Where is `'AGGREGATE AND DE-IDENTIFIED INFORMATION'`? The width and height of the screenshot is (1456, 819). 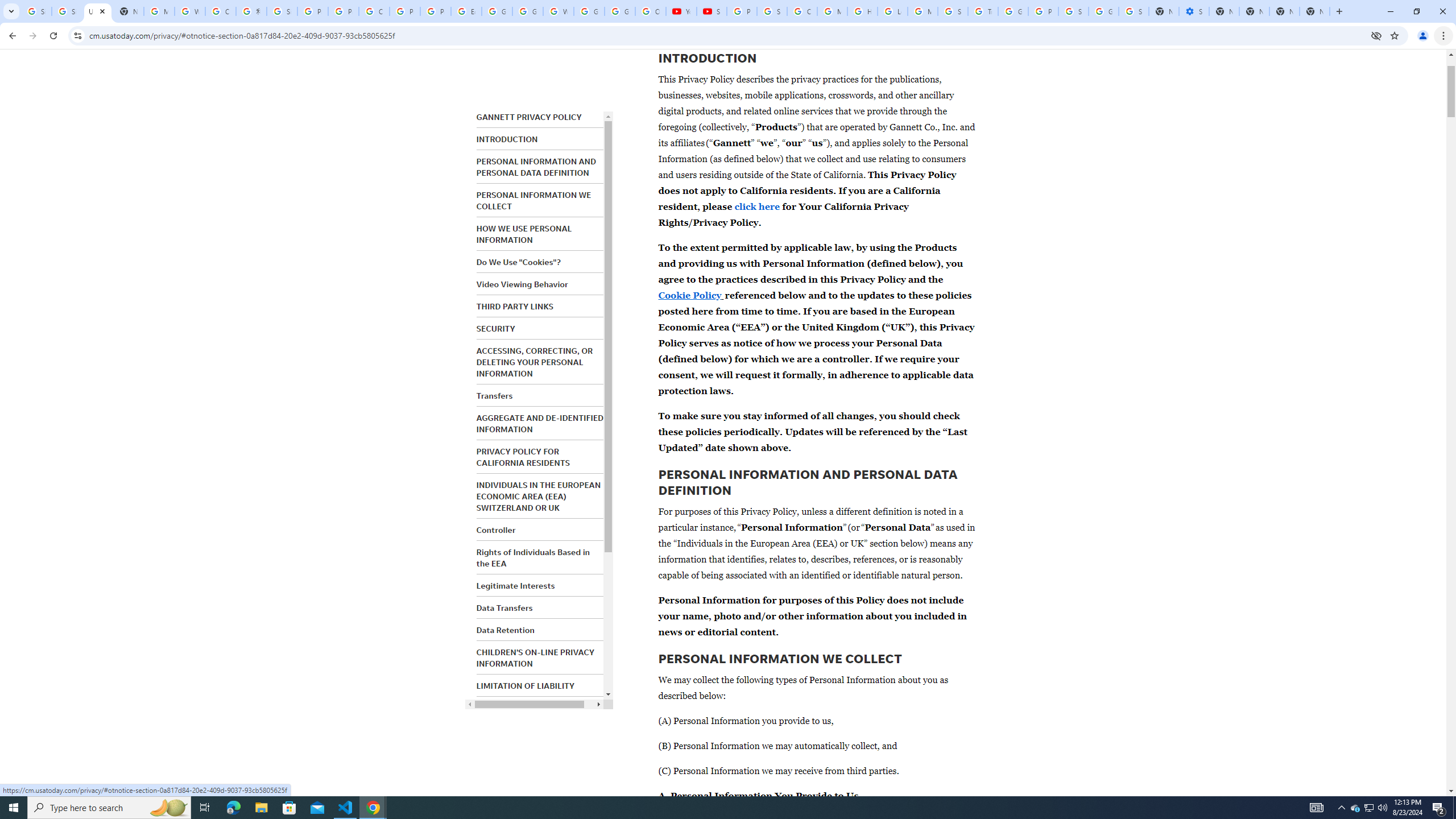
'AGGREGATE AND DE-IDENTIFIED INFORMATION' is located at coordinates (540, 423).